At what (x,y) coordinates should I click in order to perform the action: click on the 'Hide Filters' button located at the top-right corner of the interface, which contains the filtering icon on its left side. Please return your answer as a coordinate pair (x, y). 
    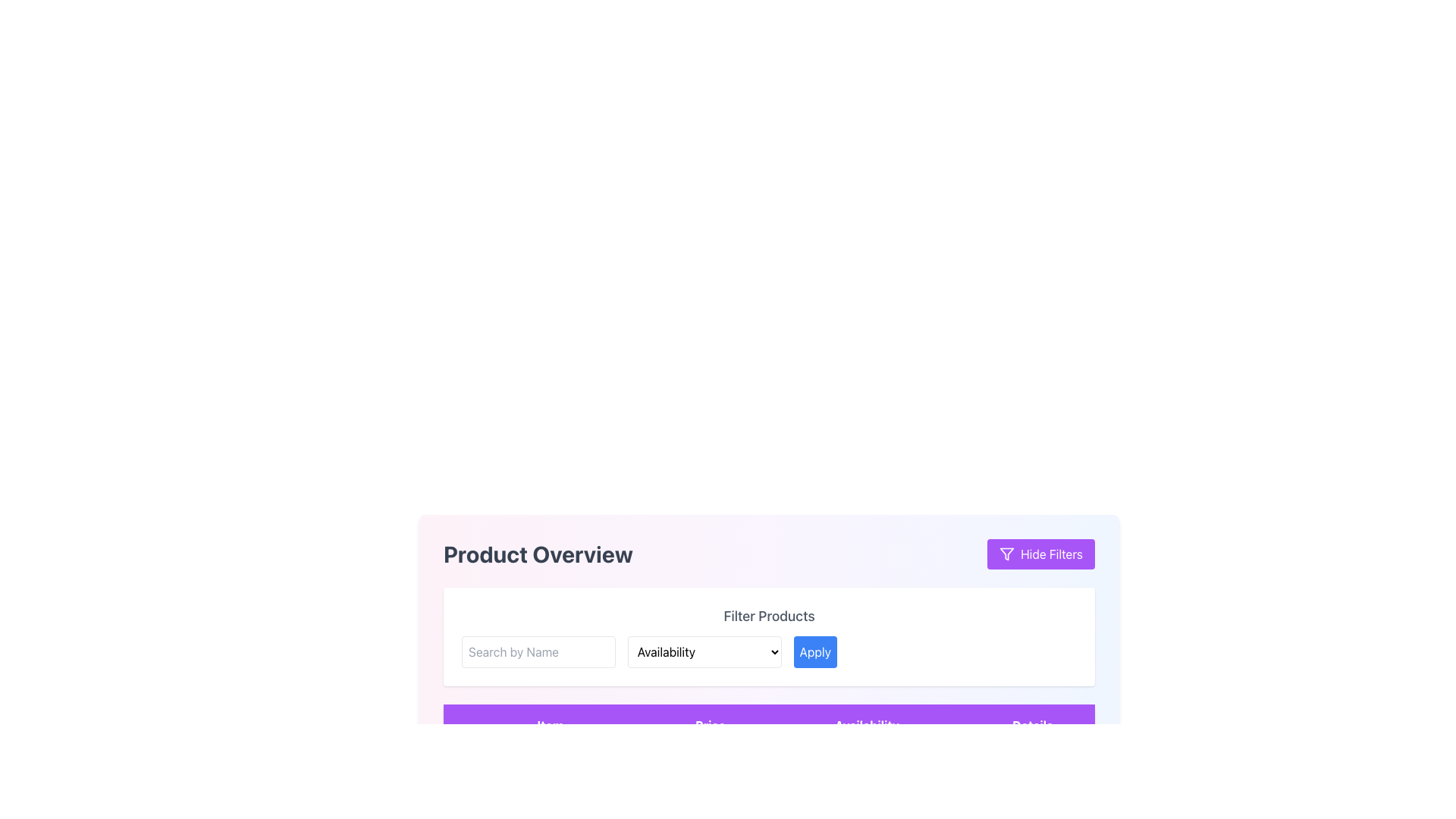
    Looking at the image, I should click on (1007, 554).